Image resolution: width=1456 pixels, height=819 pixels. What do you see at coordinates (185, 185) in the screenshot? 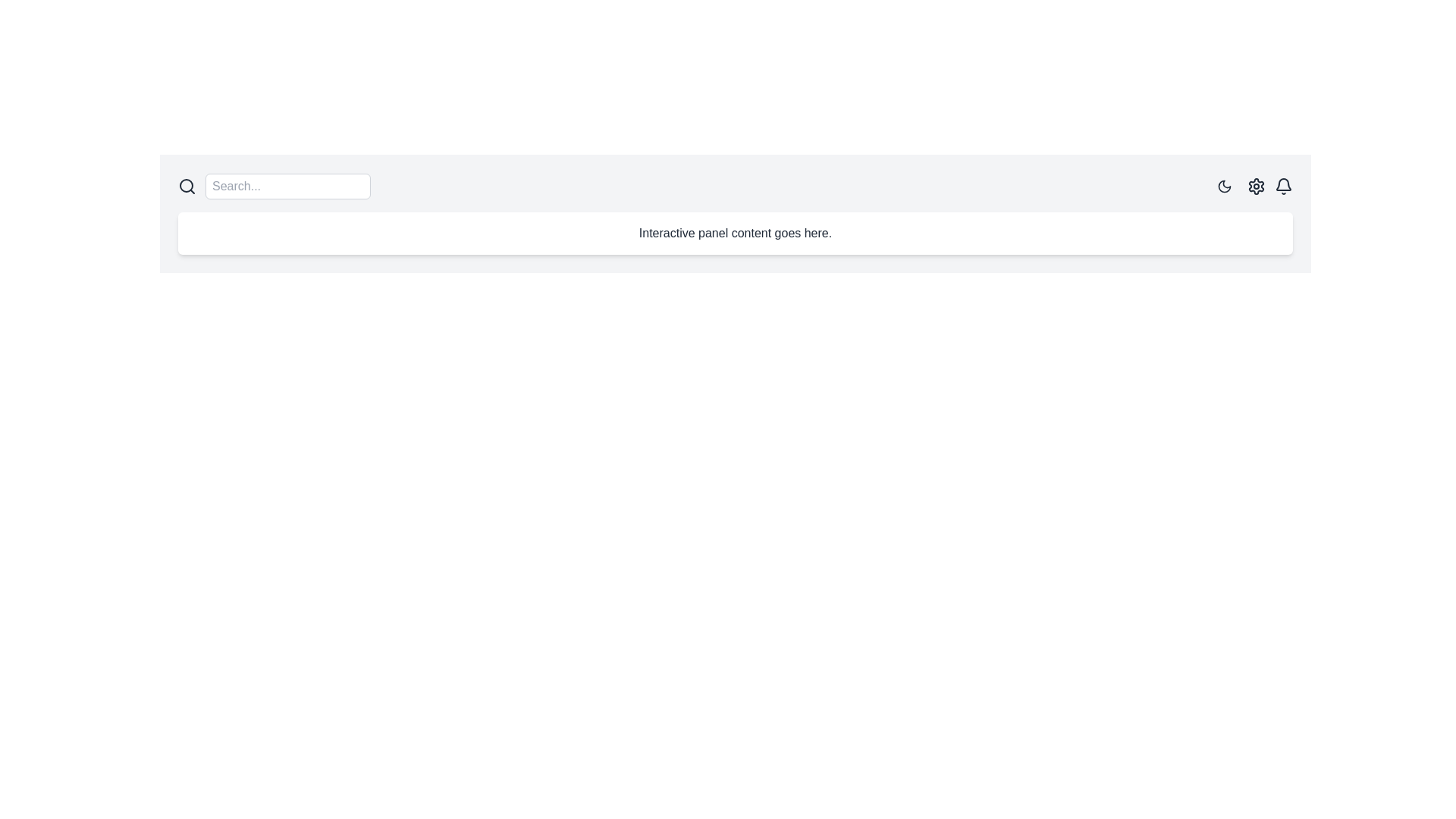
I see `the central circular SVG element within the search icon located to the left of the search input field` at bounding box center [185, 185].